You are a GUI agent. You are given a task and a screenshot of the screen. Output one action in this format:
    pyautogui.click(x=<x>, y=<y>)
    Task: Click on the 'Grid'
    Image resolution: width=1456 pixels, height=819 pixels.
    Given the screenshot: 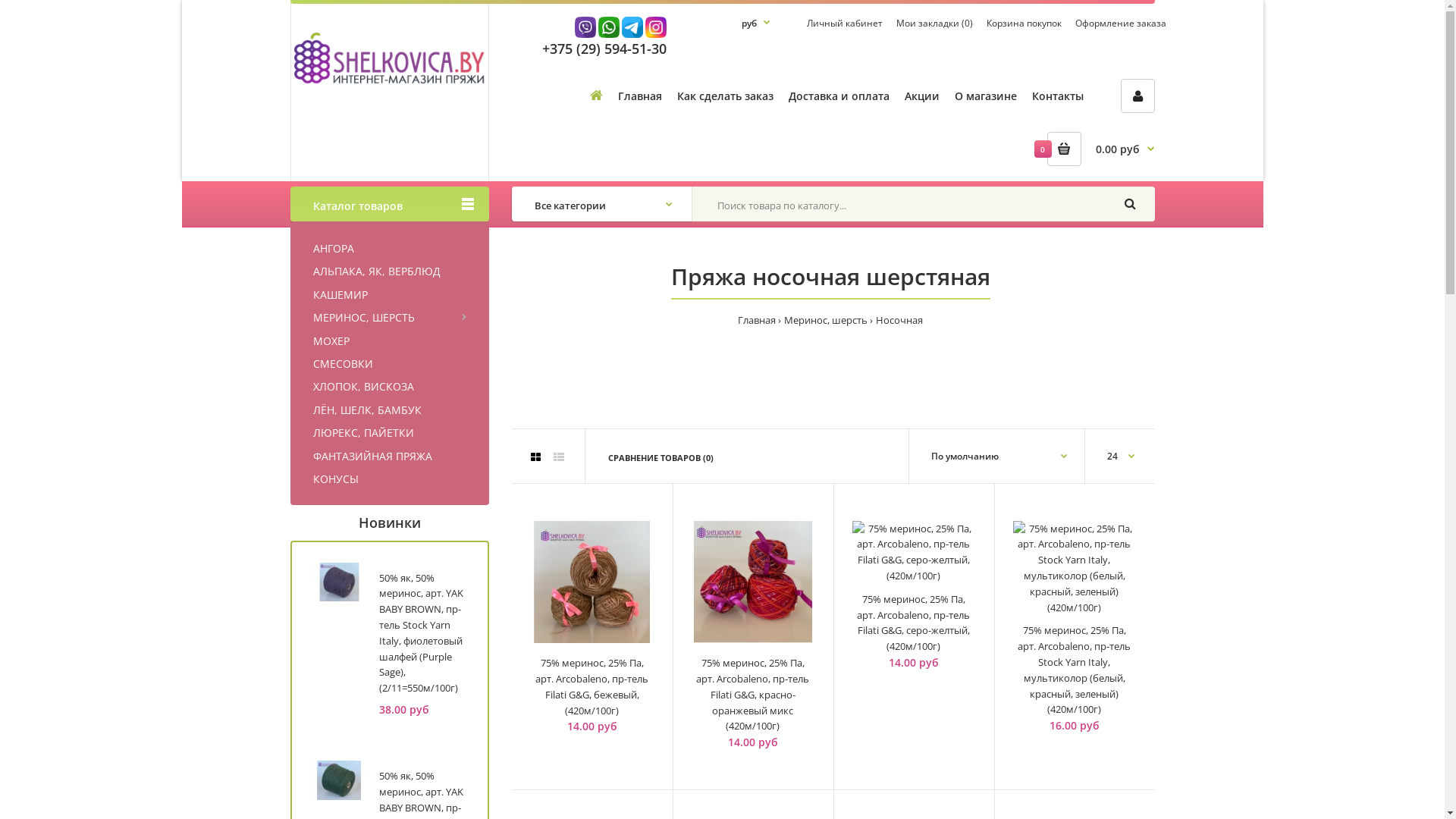 What is the action you would take?
    pyautogui.click(x=535, y=456)
    